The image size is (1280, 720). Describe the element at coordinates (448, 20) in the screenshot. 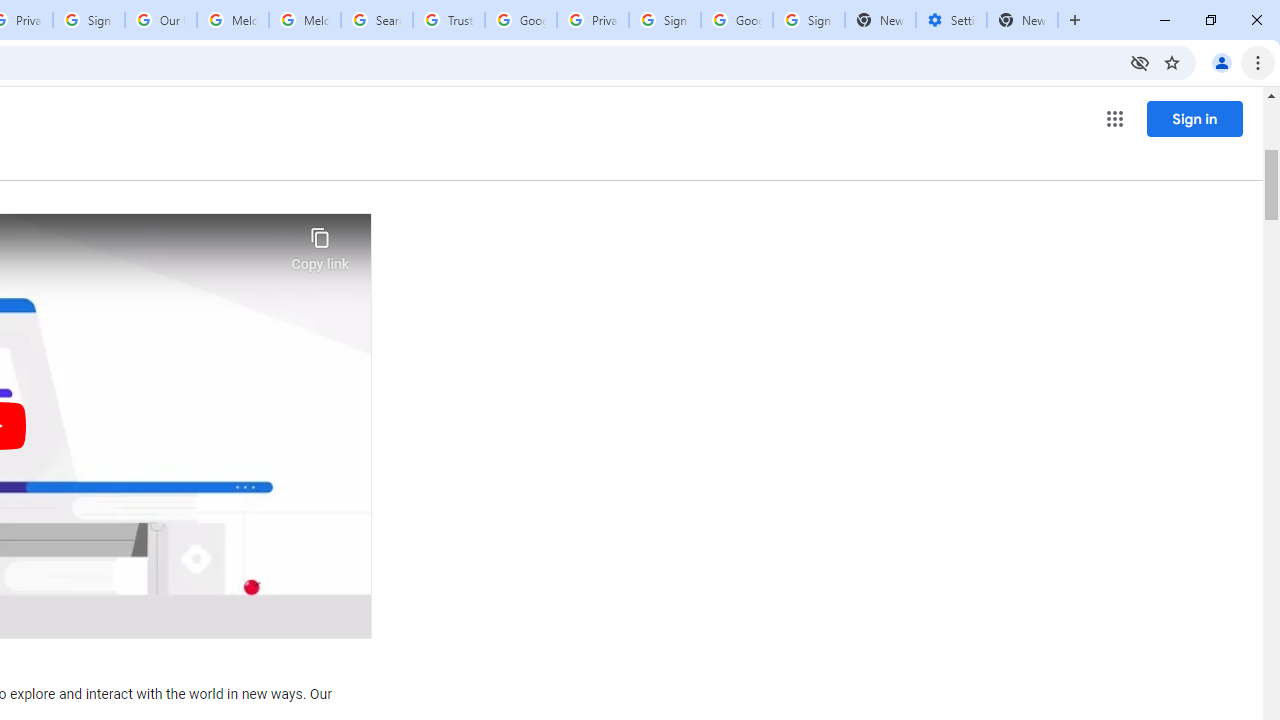

I see `'Trusted Information and Content - Google Safety Center'` at that location.